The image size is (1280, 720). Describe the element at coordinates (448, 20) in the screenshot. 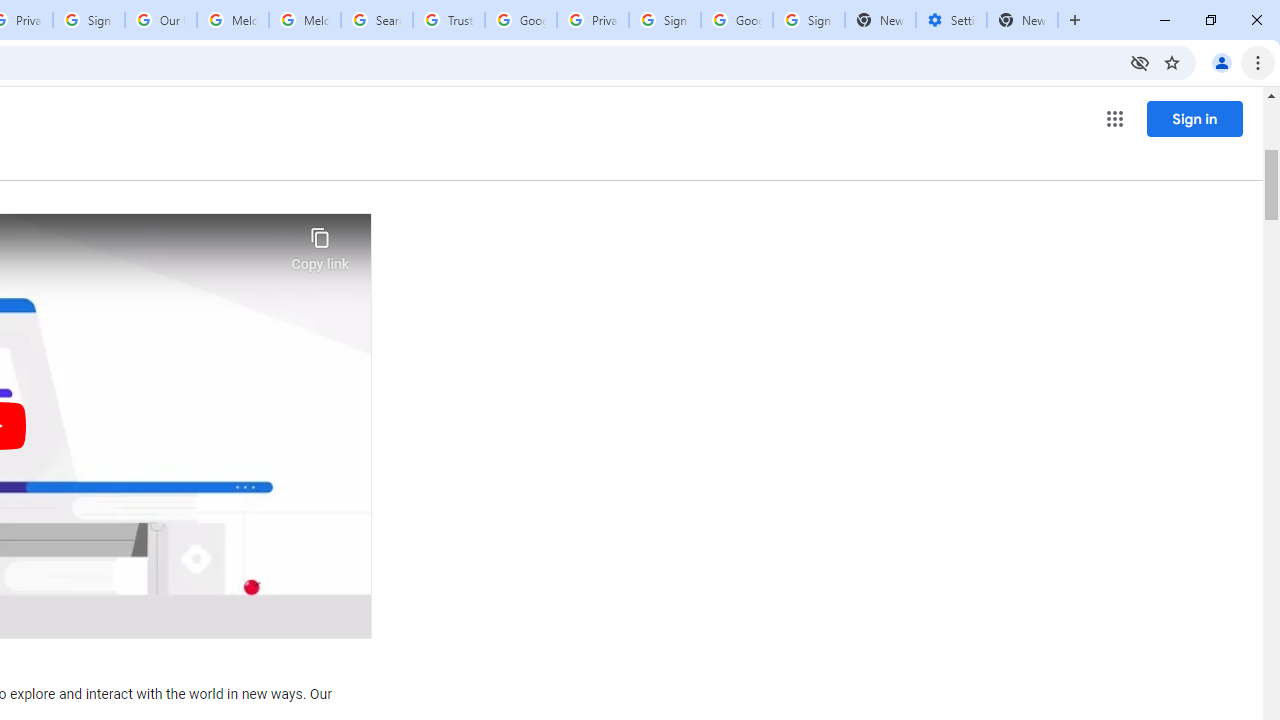

I see `'Trusted Information and Content - Google Safety Center'` at that location.